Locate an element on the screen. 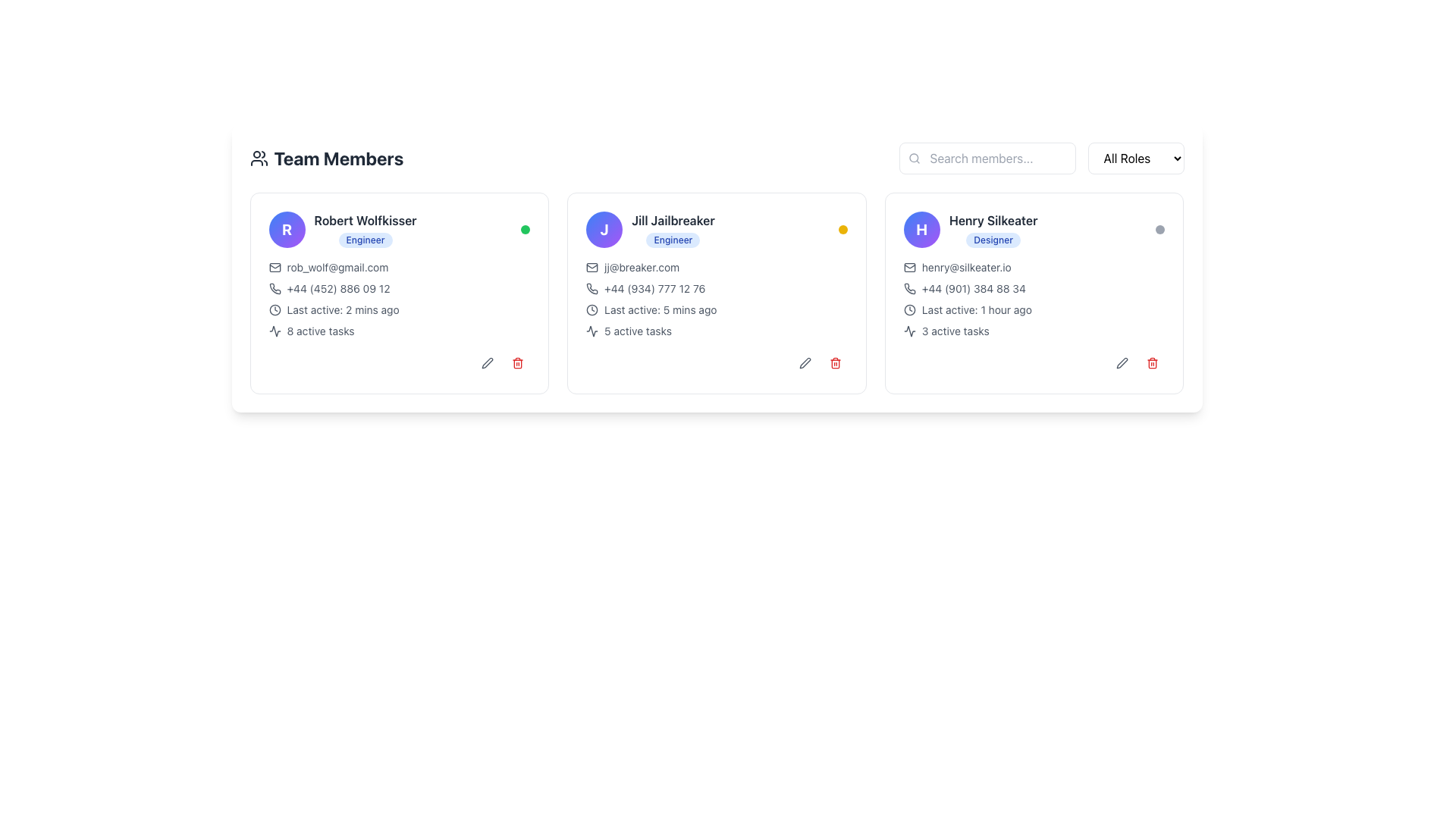  the text label that displays the last activity time of the user in the second profile card from the left is located at coordinates (661, 309).